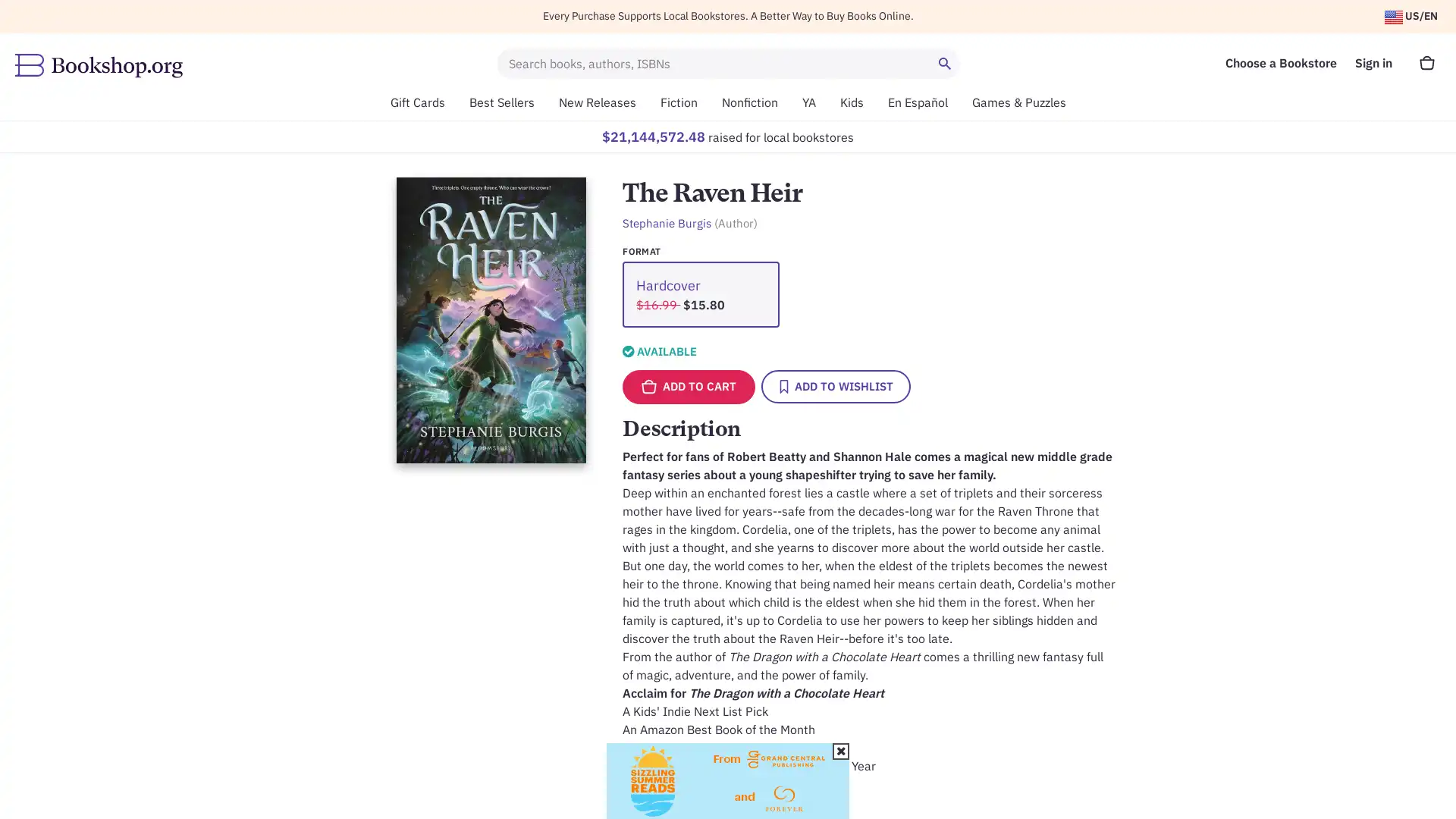 This screenshot has width=1456, height=819. What do you see at coordinates (688, 385) in the screenshot?
I see `ADD TO CART` at bounding box center [688, 385].